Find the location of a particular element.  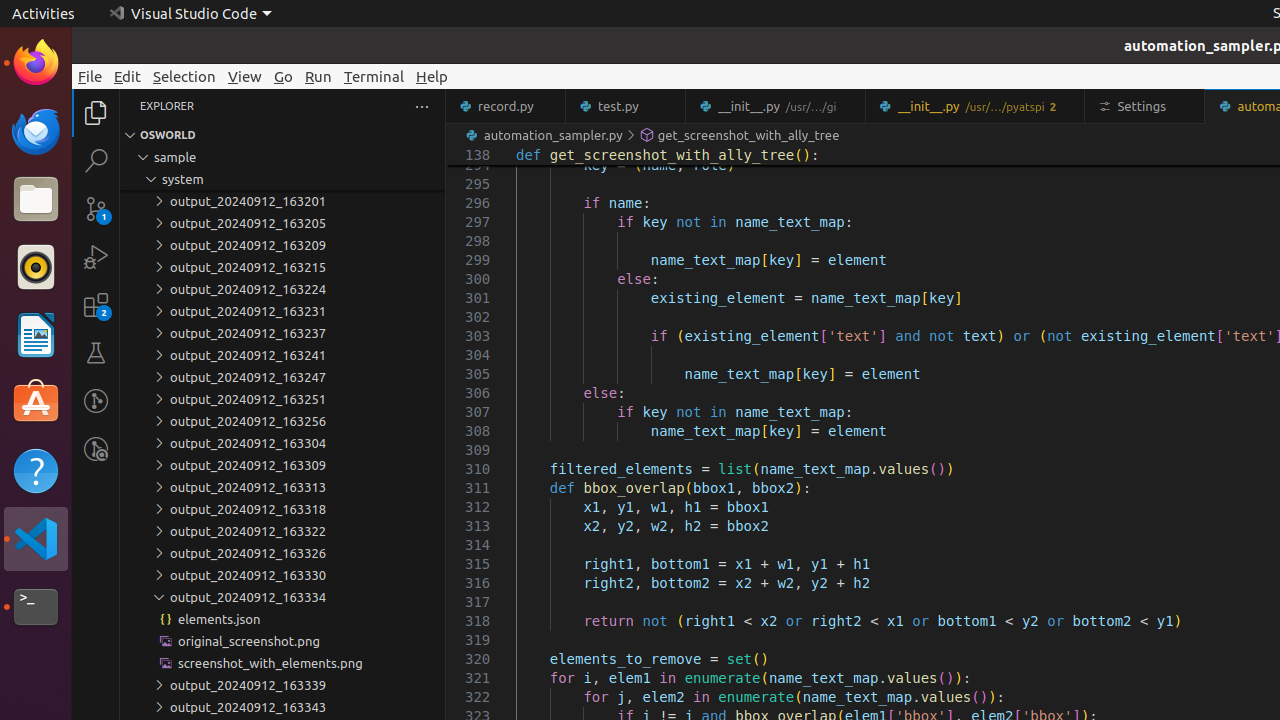

'Selection' is located at coordinates (184, 75).